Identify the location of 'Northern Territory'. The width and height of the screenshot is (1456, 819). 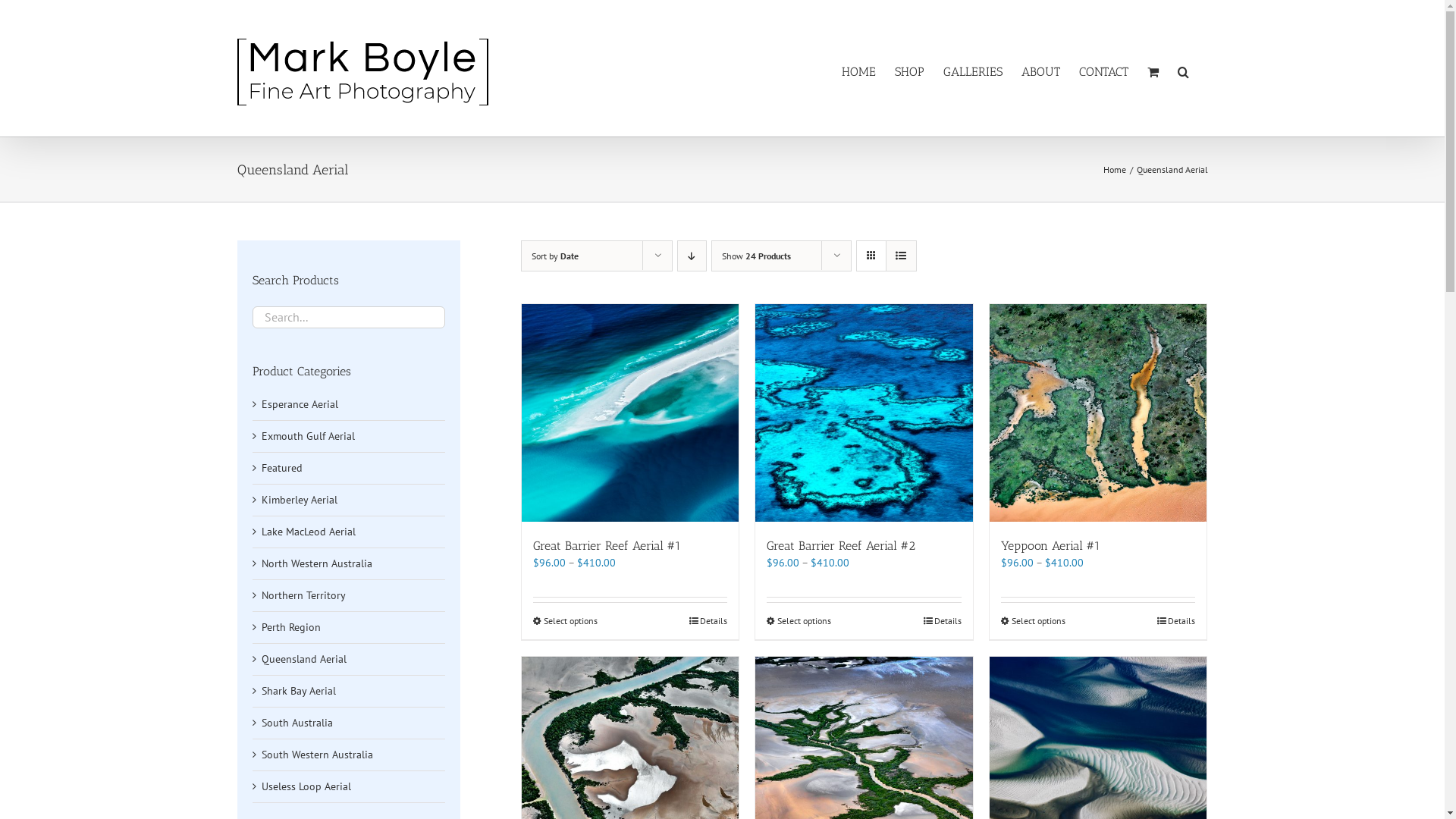
(303, 595).